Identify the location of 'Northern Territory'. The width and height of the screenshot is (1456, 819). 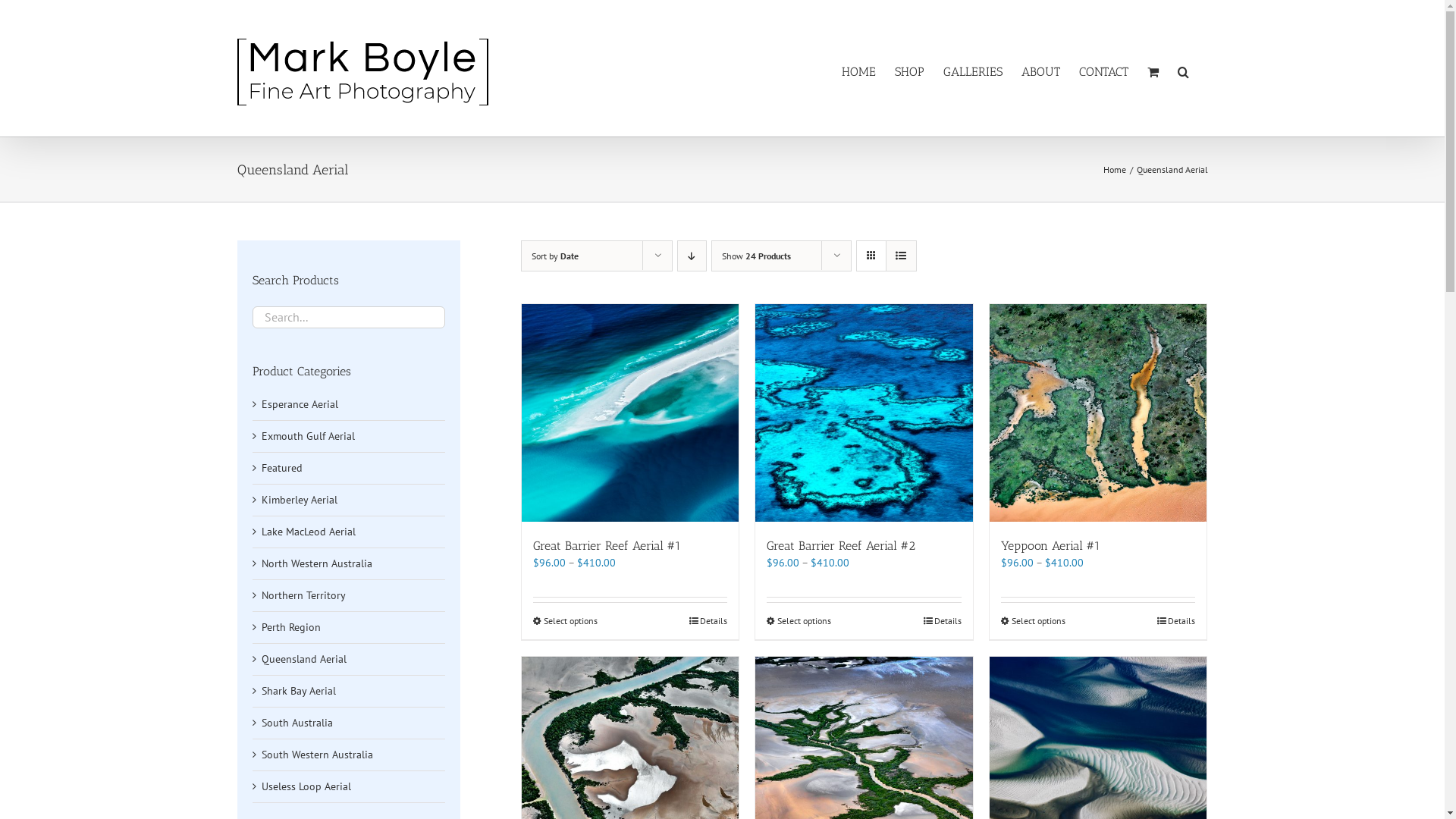
(303, 595).